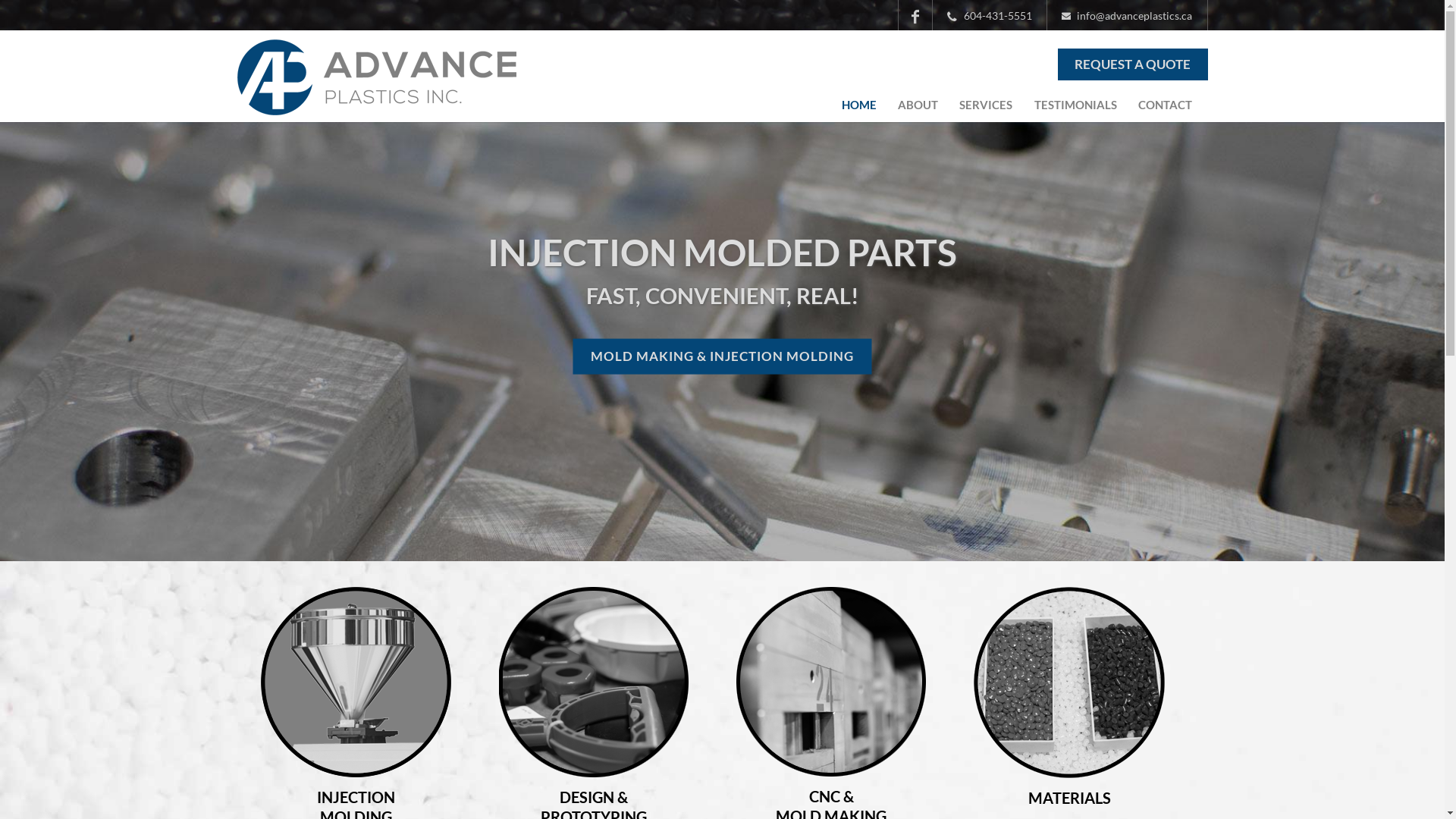  Describe the element at coordinates (917, 104) in the screenshot. I see `'ABOUT'` at that location.